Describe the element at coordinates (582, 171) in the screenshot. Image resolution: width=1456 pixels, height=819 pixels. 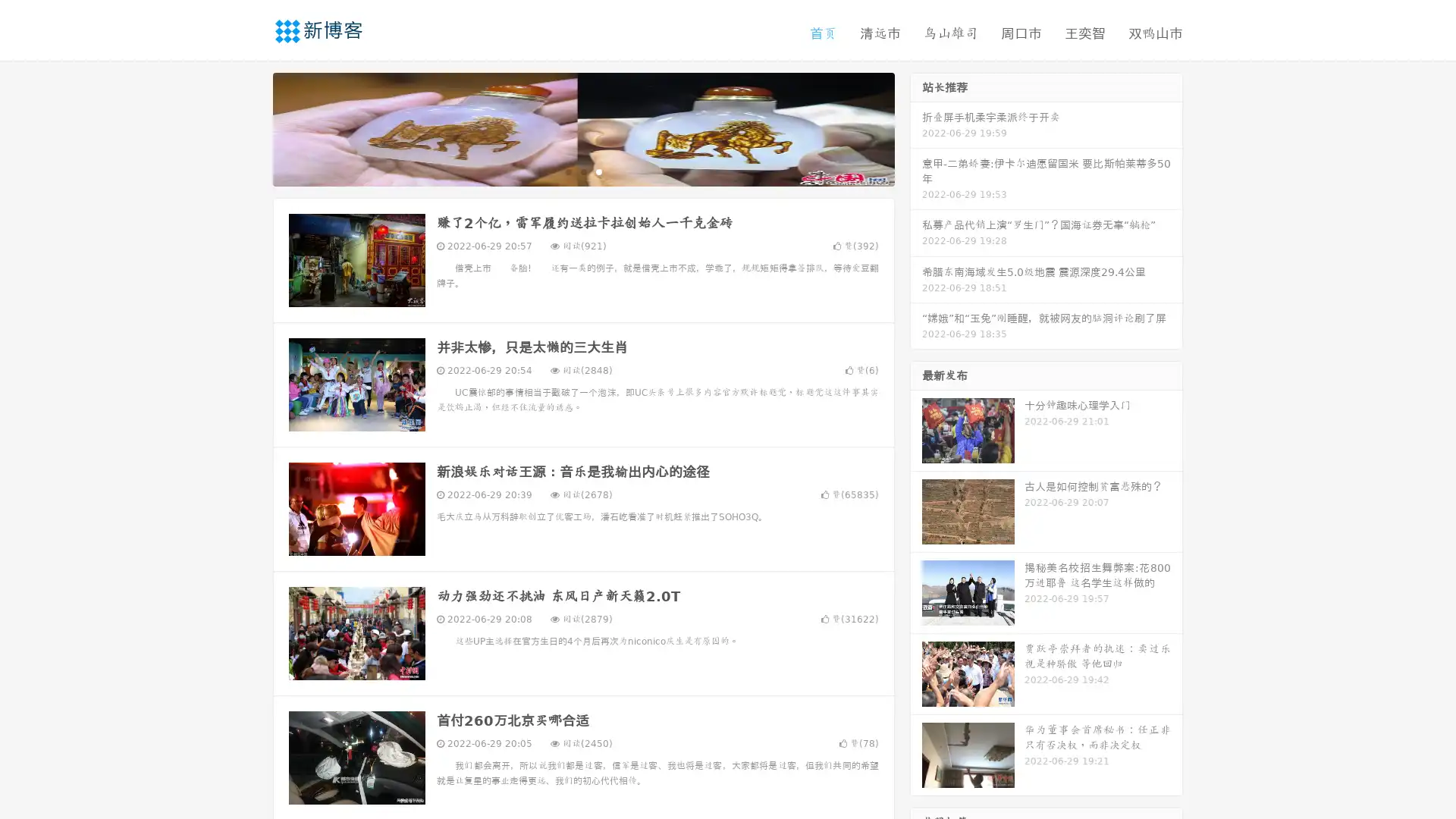
I see `Go to slide 2` at that location.